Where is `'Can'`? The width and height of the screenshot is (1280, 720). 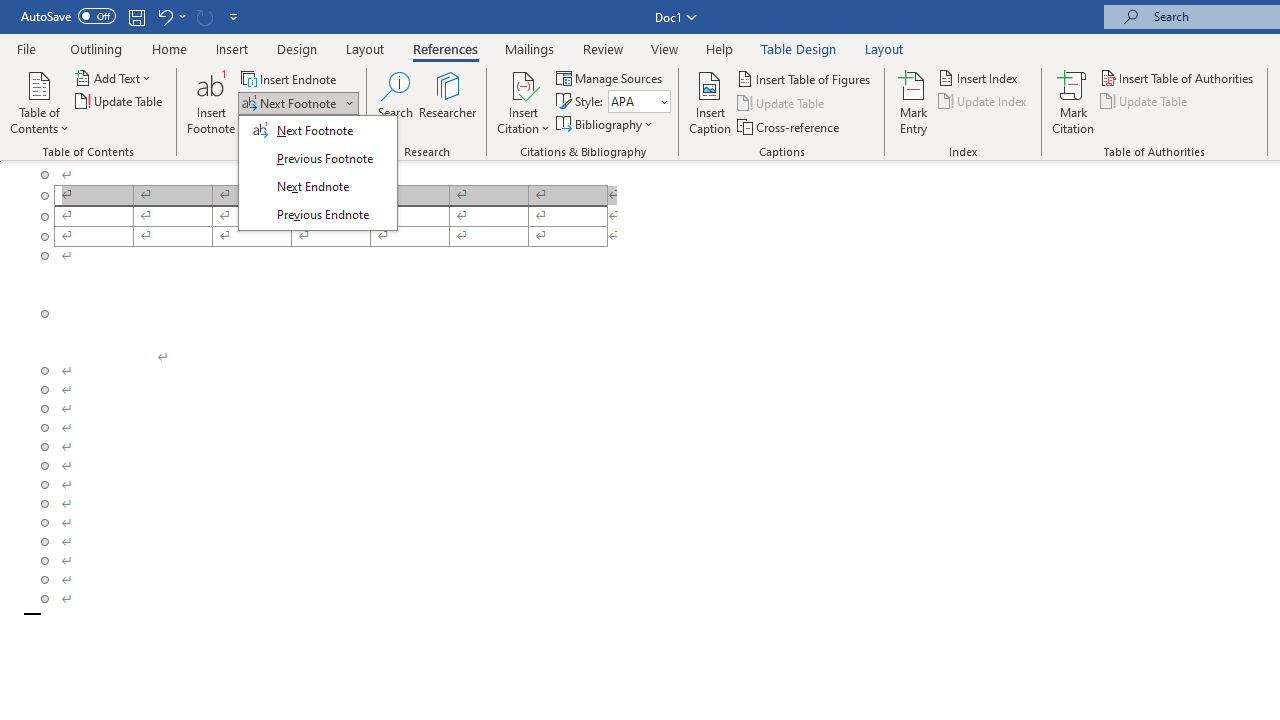 'Can' is located at coordinates (204, 16).